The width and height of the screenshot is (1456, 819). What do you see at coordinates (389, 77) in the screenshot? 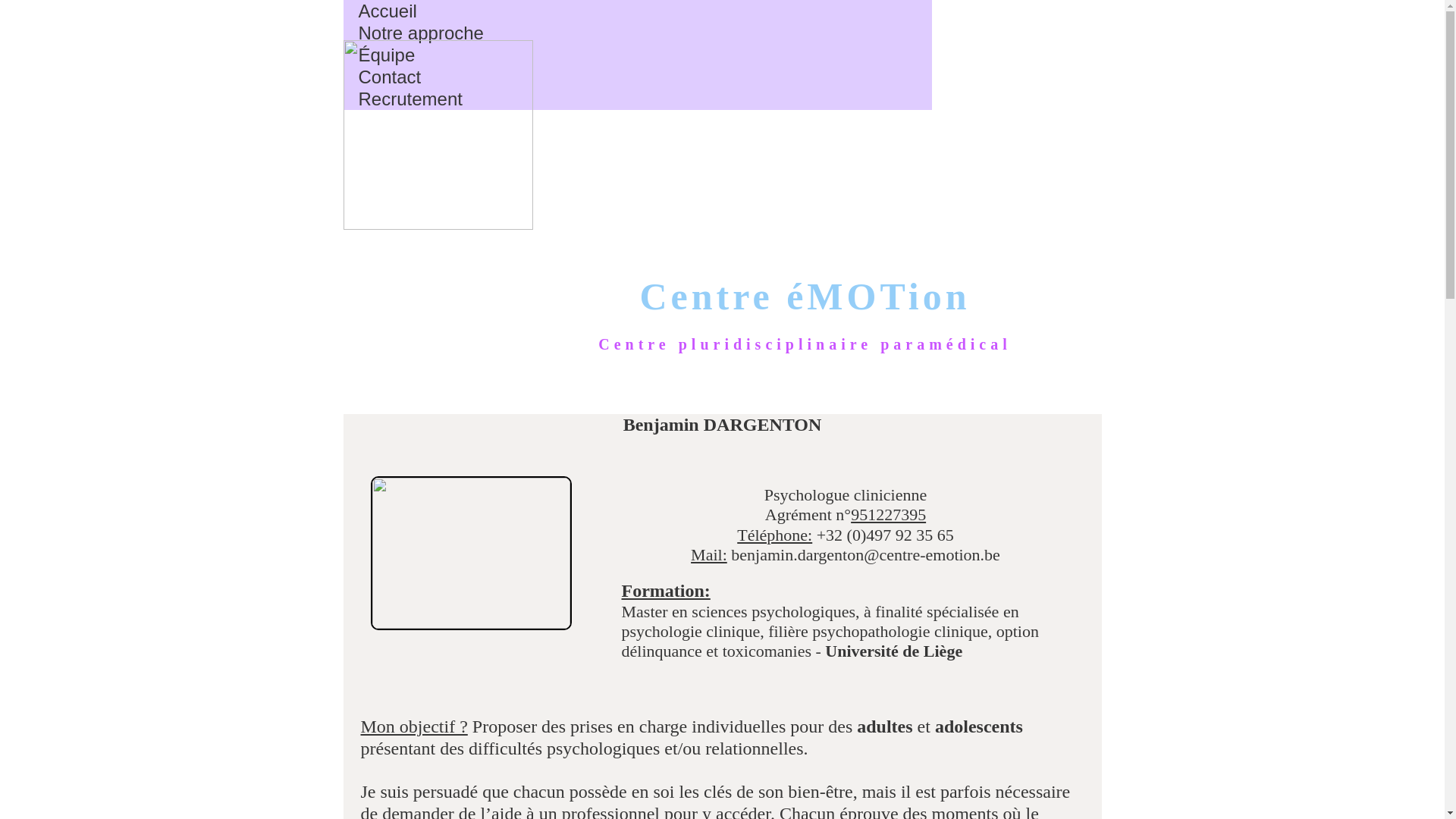
I see `'Contact'` at bounding box center [389, 77].